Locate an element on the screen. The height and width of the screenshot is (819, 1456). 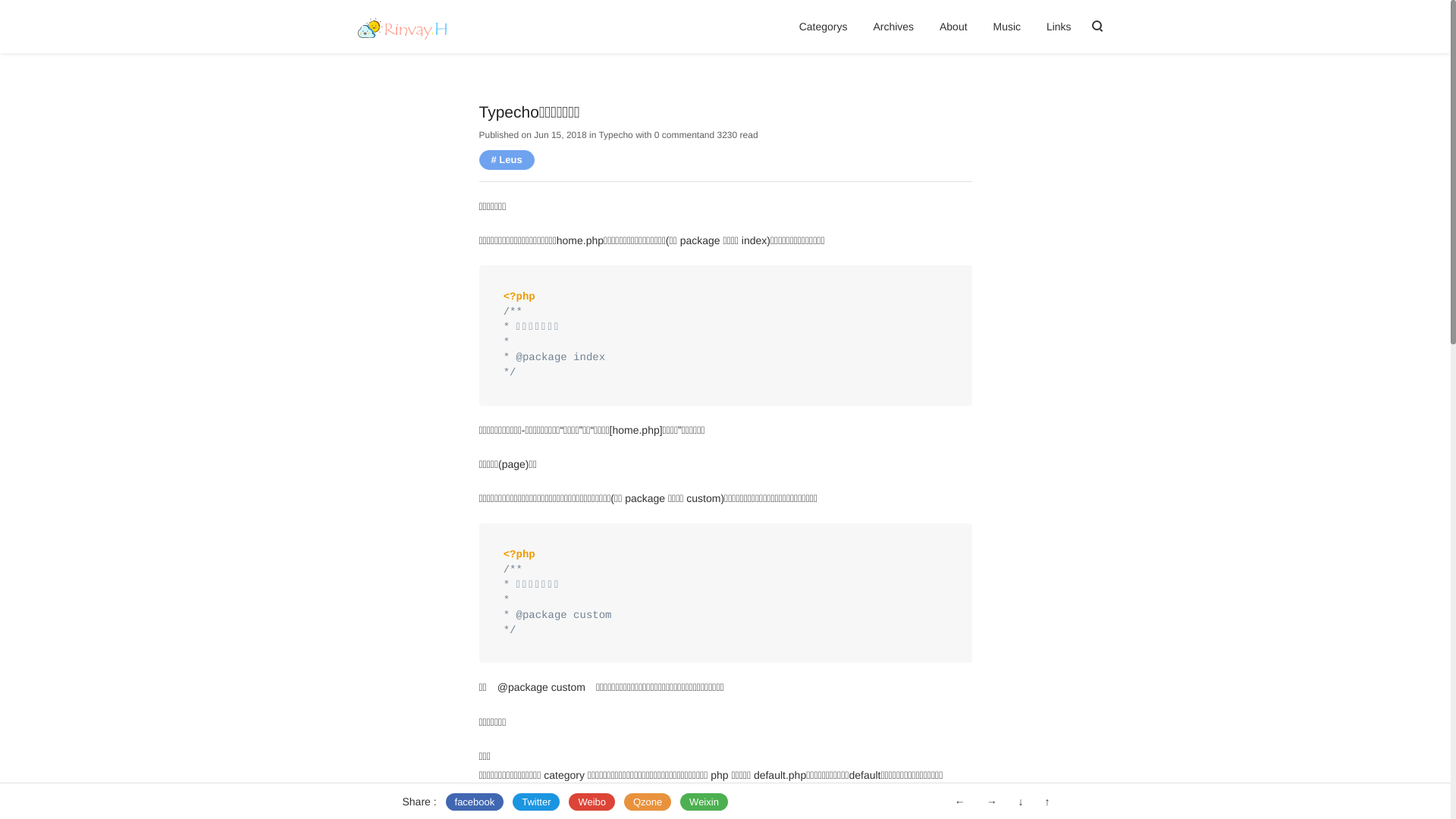
'Categorys' is located at coordinates (822, 26).